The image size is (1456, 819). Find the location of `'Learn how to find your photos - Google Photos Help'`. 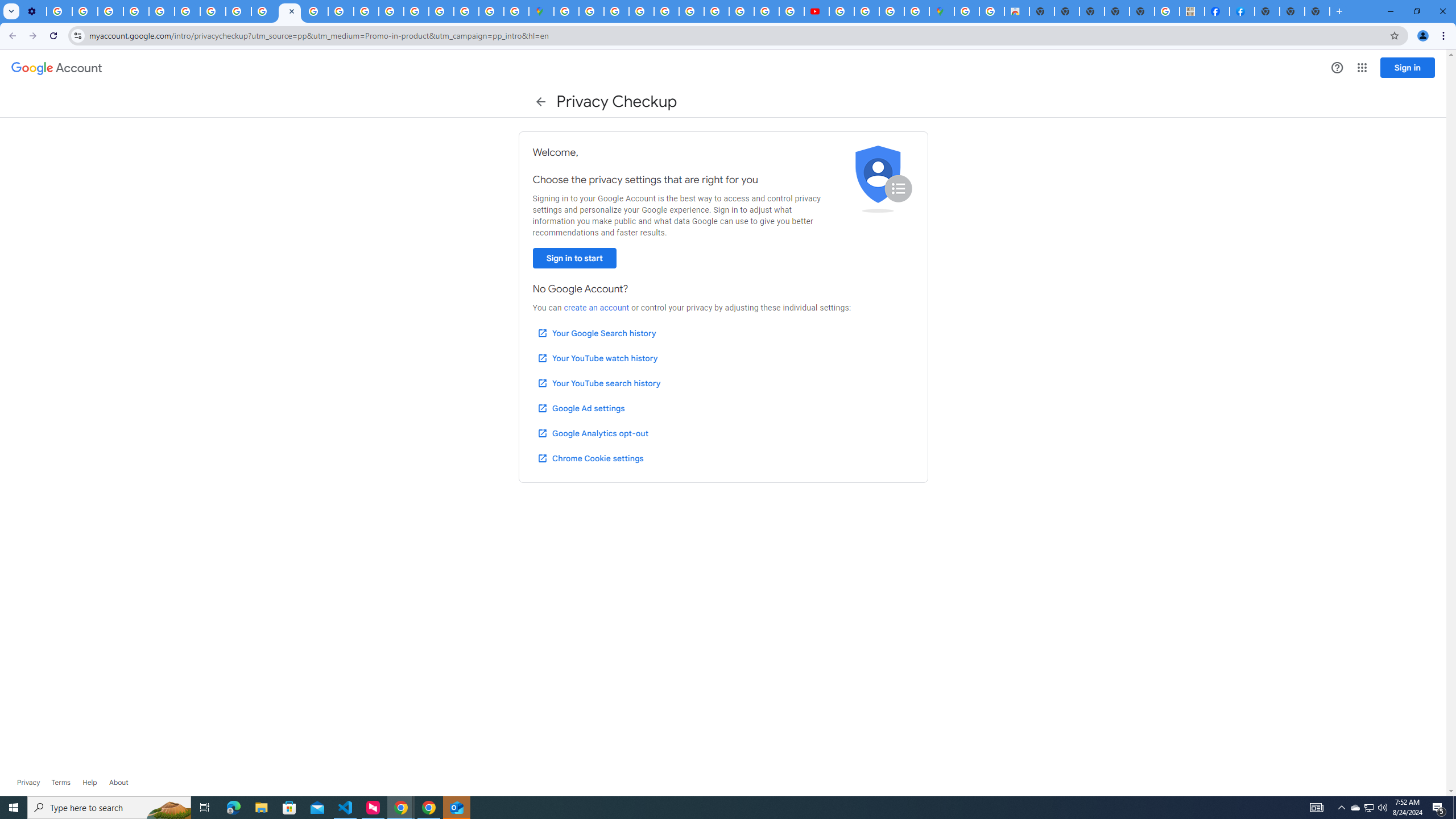

'Learn how to find your photos - Google Photos Help' is located at coordinates (84, 11).